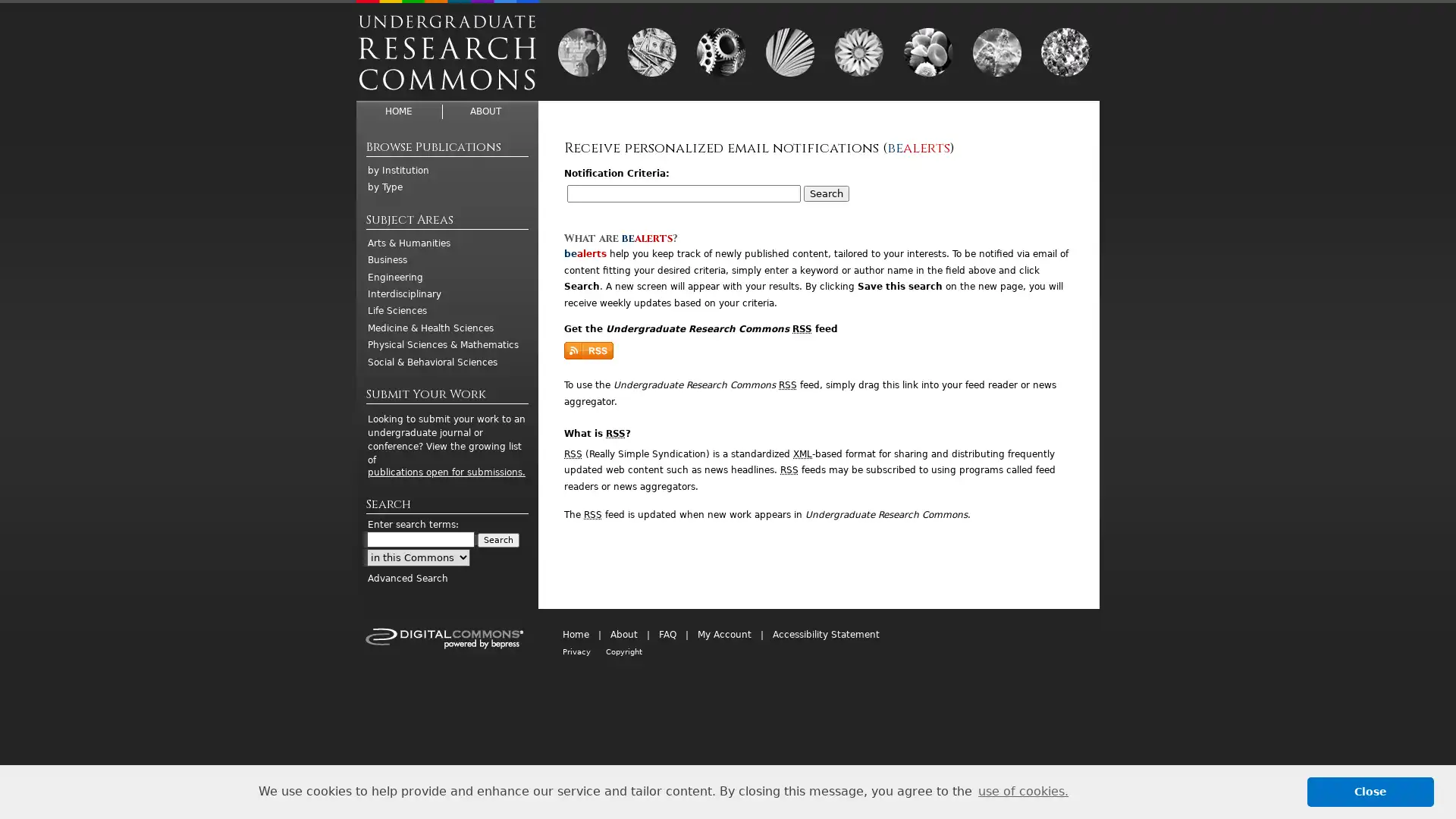 The width and height of the screenshot is (1456, 819). Describe the element at coordinates (1370, 791) in the screenshot. I see `dismiss cookie message` at that location.